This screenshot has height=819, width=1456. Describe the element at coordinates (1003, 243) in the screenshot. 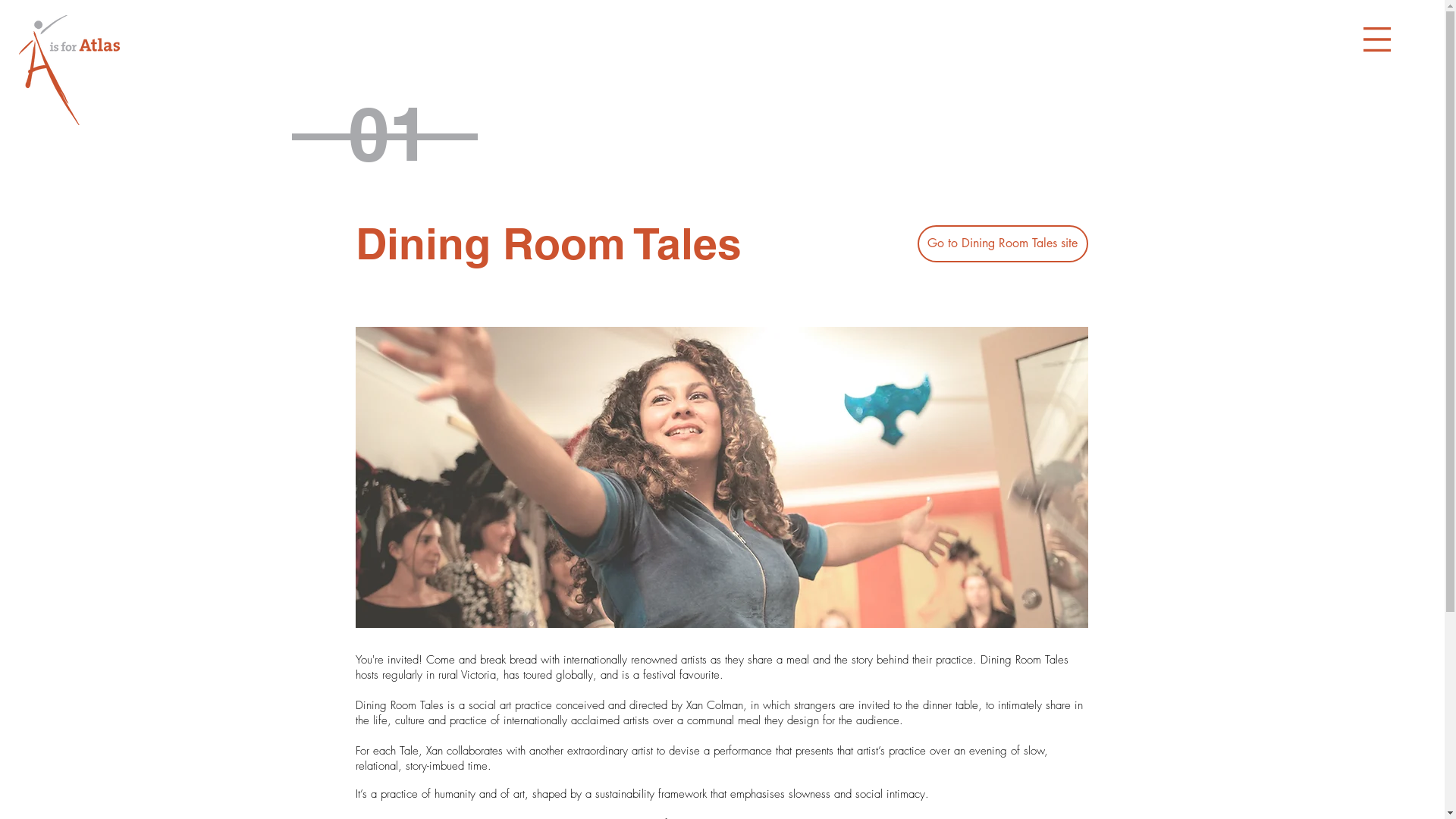

I see `'Go to Dining Room Tales site'` at that location.